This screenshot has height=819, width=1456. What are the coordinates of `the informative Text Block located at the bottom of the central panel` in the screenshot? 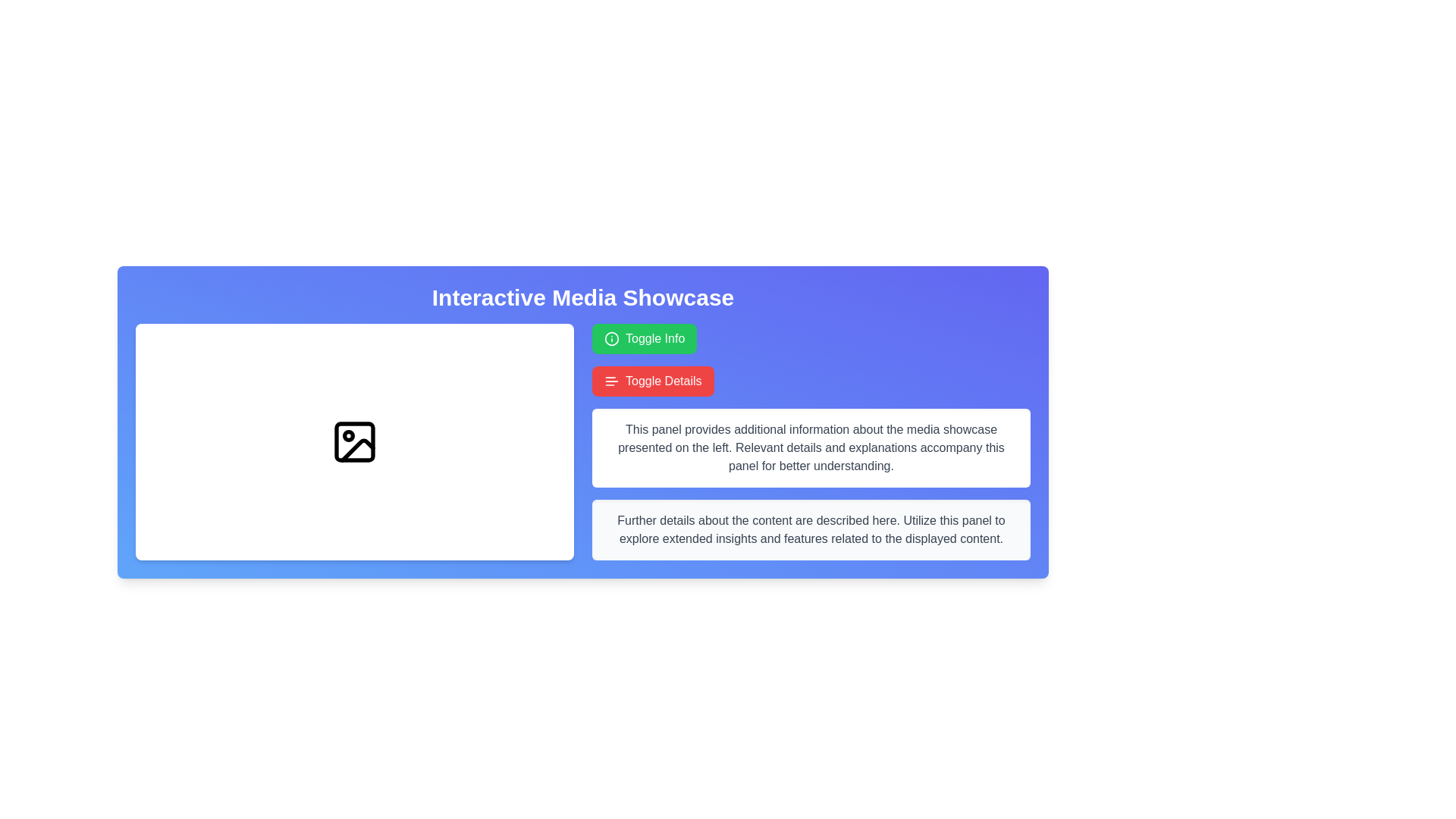 It's located at (811, 529).